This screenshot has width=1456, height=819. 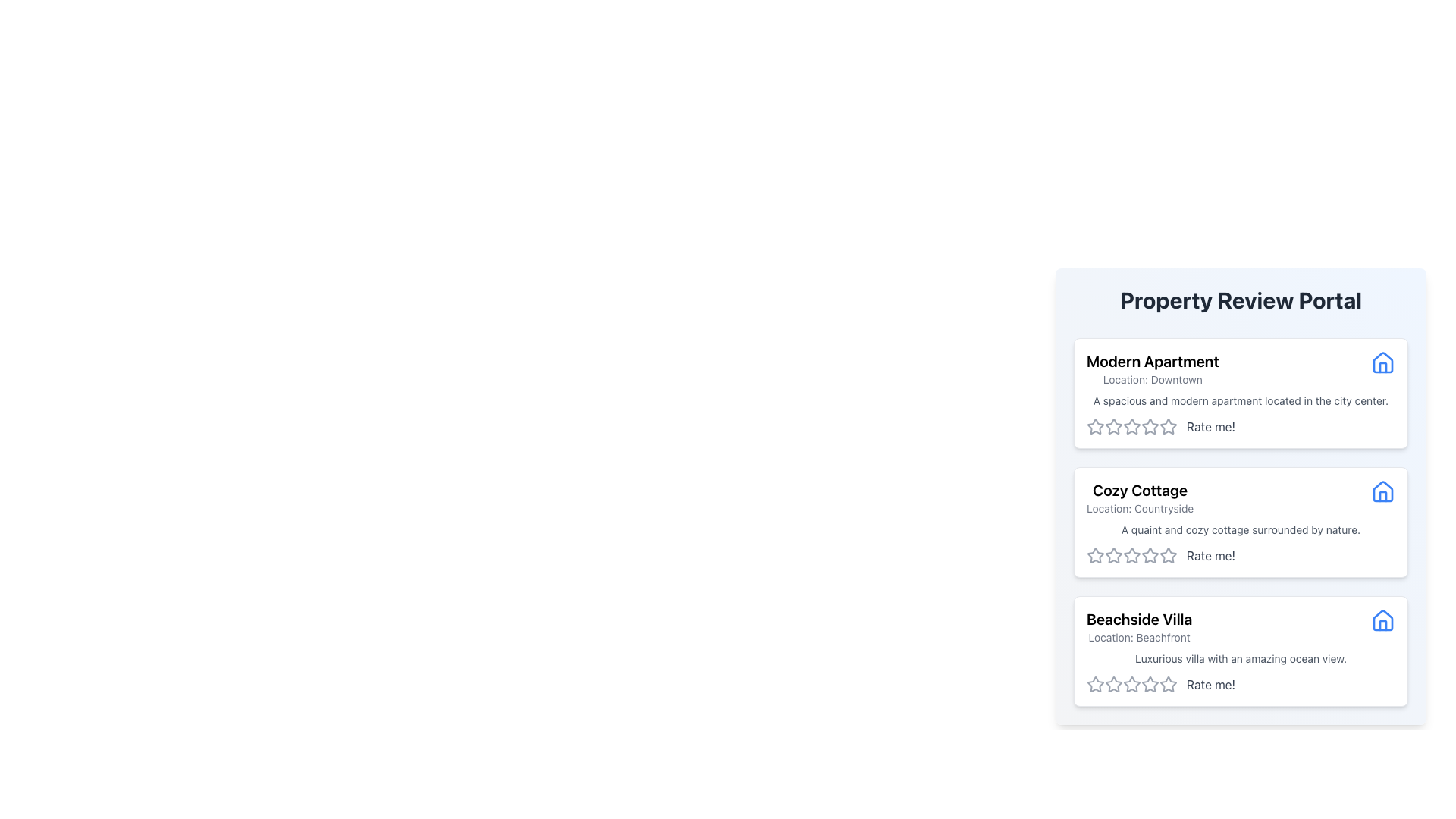 I want to click on the text label displaying 'Modern Apartment', which is a bold heading at the top-left corner of the property listing card, so click(x=1153, y=362).